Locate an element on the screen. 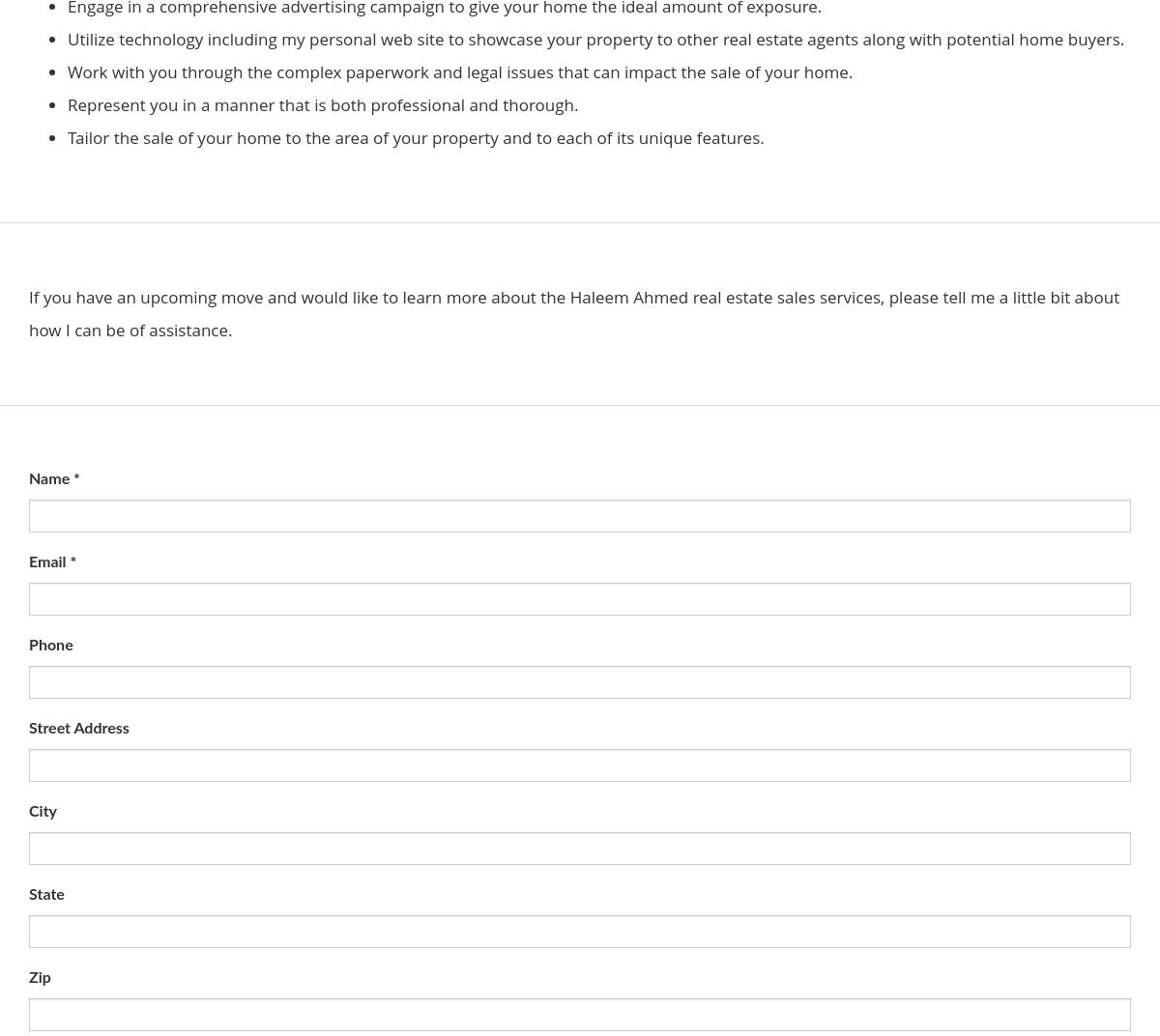 This screenshot has height=1036, width=1160. 'City' is located at coordinates (29, 811).